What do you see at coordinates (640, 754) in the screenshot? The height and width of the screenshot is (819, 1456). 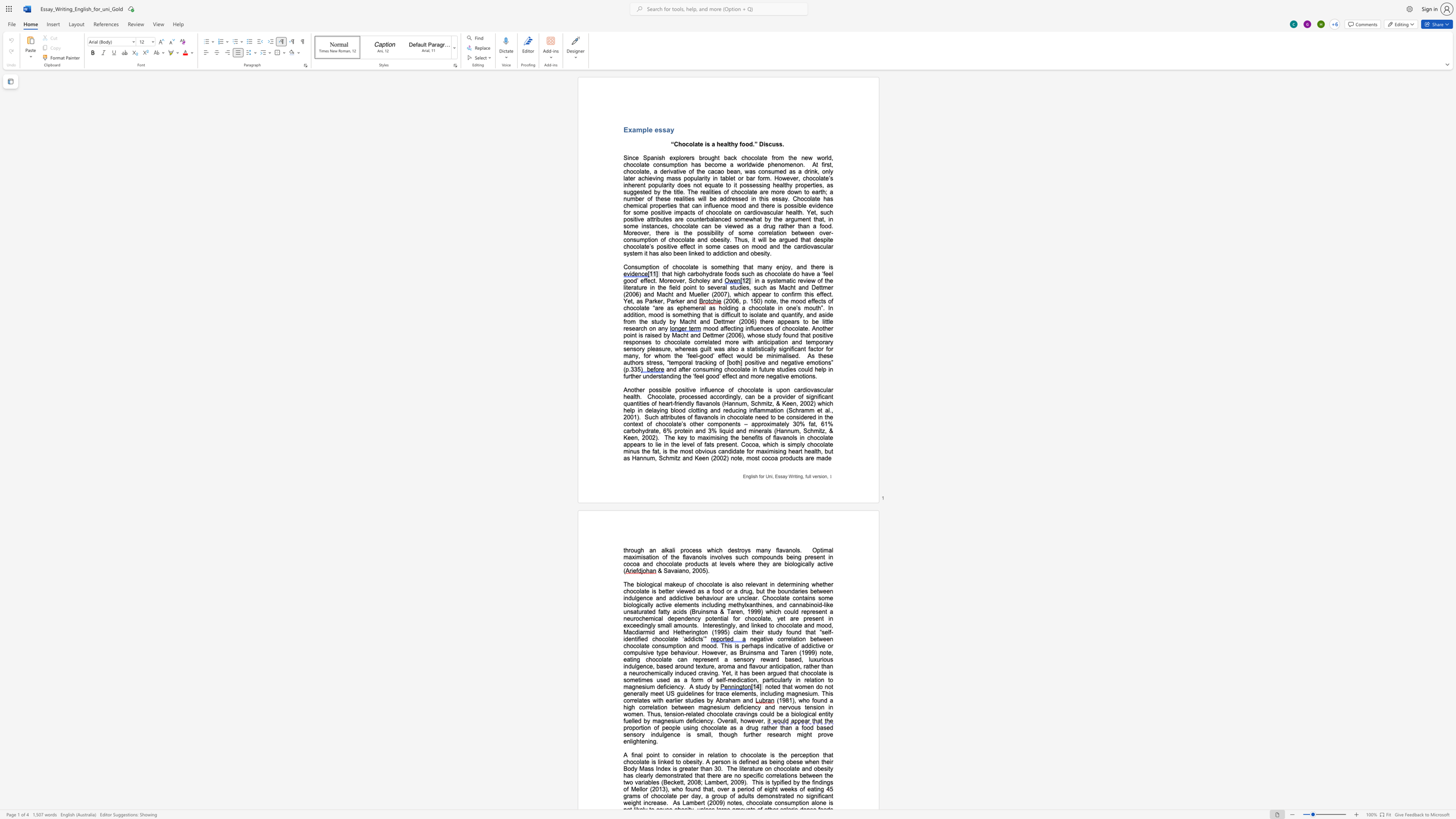 I see `the space between the continuous character "a" and "l" in the text` at bounding box center [640, 754].